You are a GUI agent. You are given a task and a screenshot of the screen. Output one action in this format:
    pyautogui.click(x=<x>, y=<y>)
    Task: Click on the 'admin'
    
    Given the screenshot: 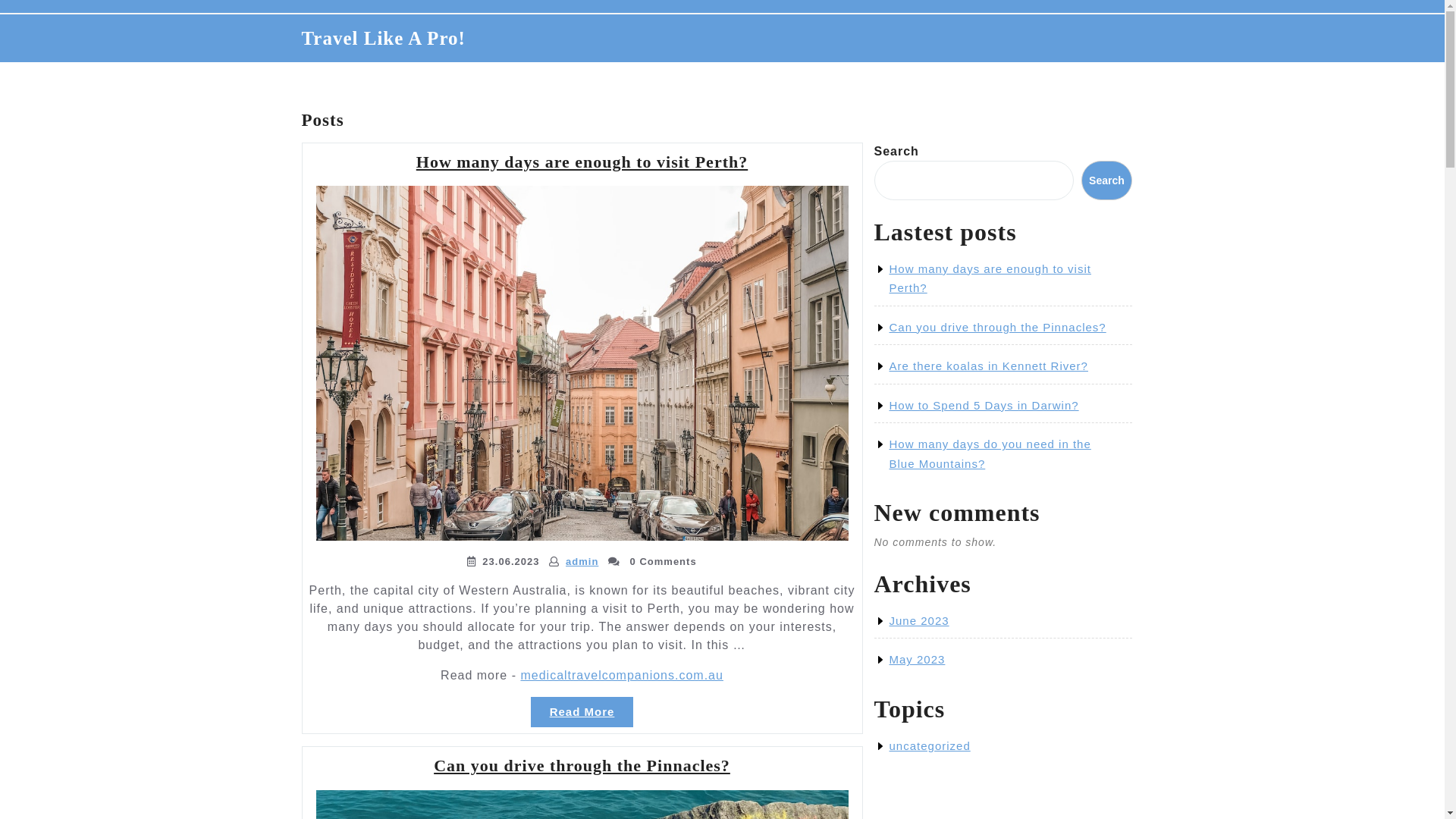 What is the action you would take?
    pyautogui.click(x=581, y=561)
    